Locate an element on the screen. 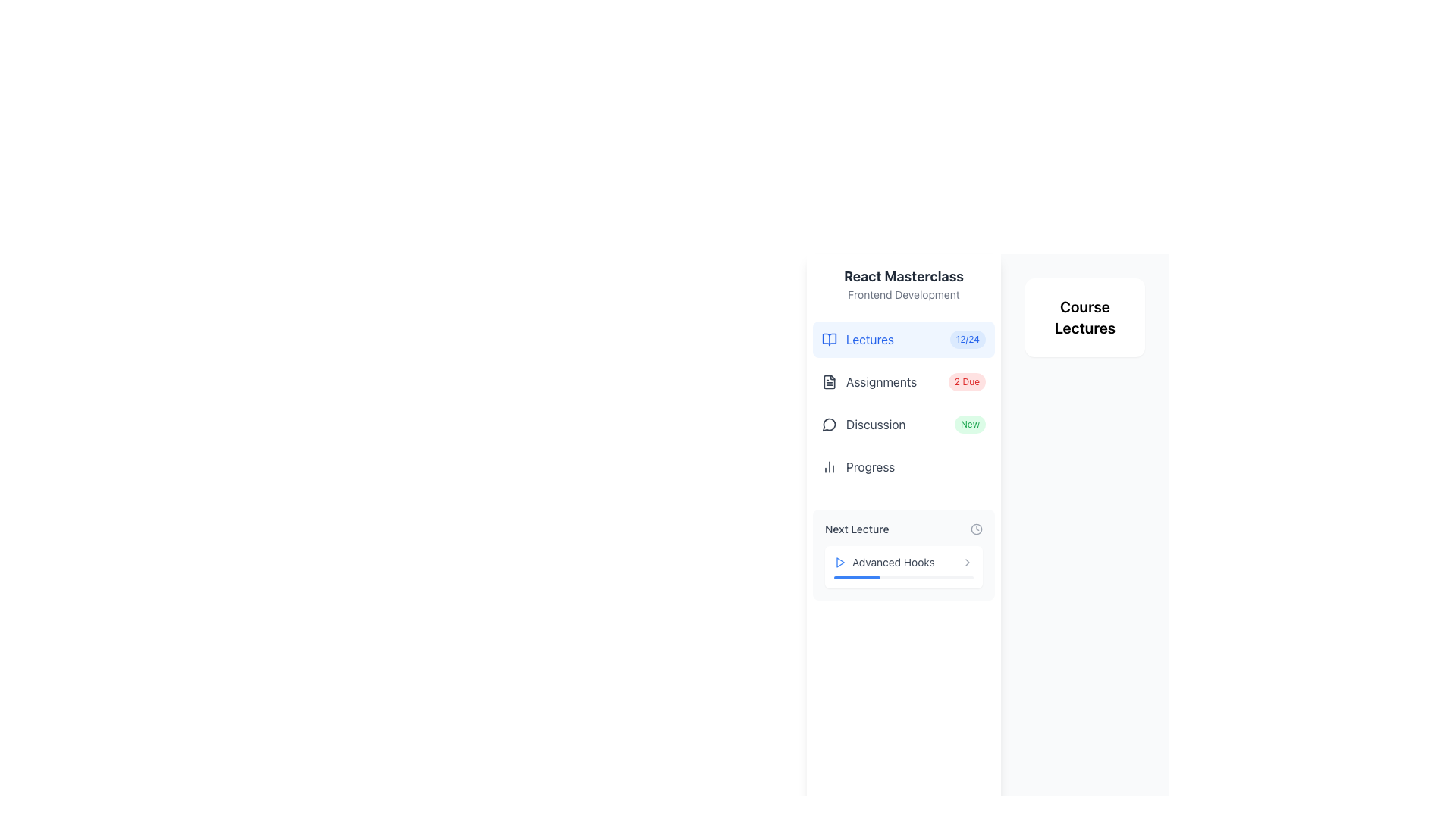 Image resolution: width=1456 pixels, height=819 pixels. the menu section labeled 'Lectures12/24Assignments2 DueDiscussionNewProgress' is located at coordinates (903, 406).